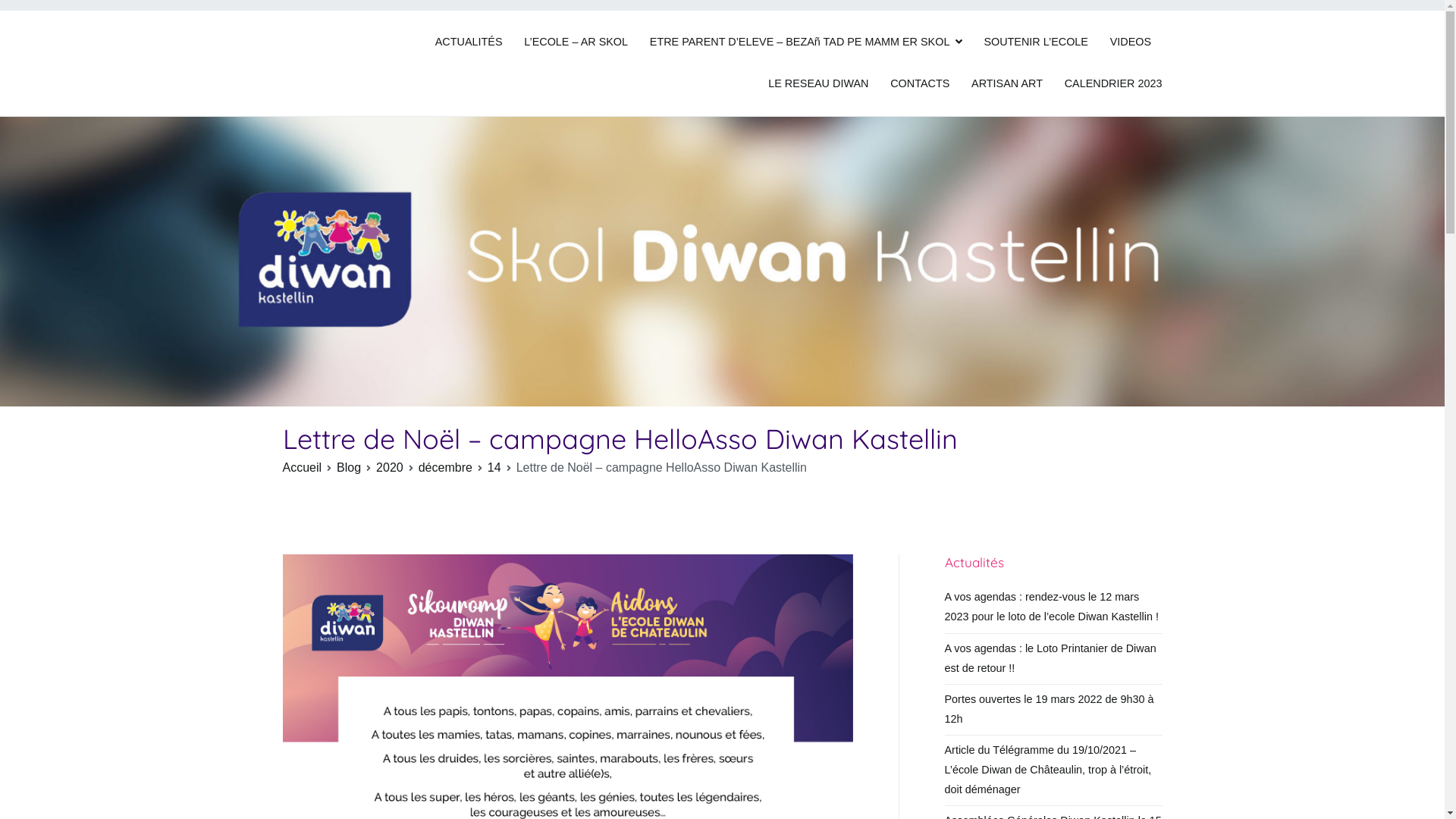  Describe the element at coordinates (971, 84) in the screenshot. I see `'ARTISAN ART'` at that location.